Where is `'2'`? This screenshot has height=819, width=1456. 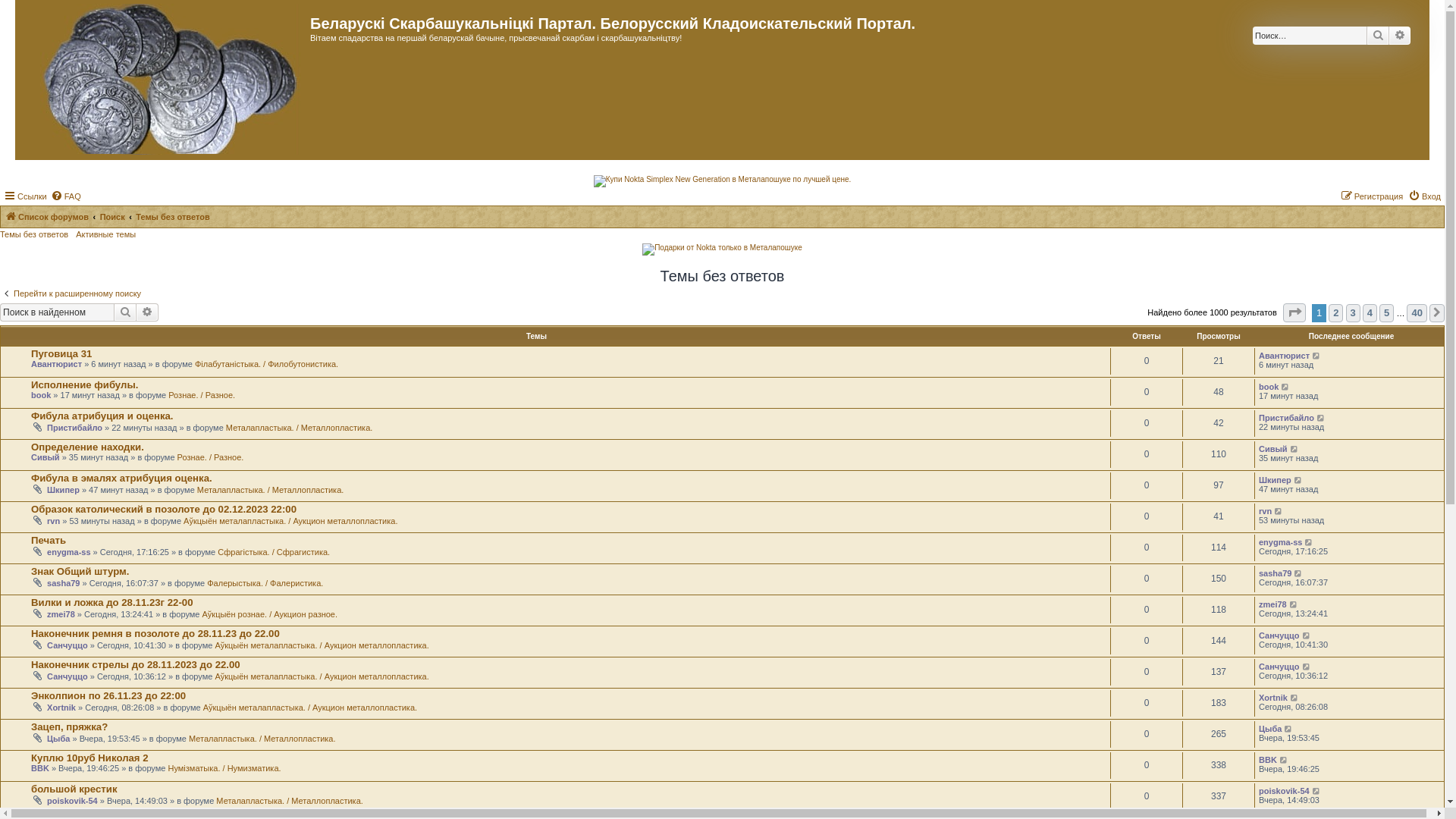
'2' is located at coordinates (1335, 312).